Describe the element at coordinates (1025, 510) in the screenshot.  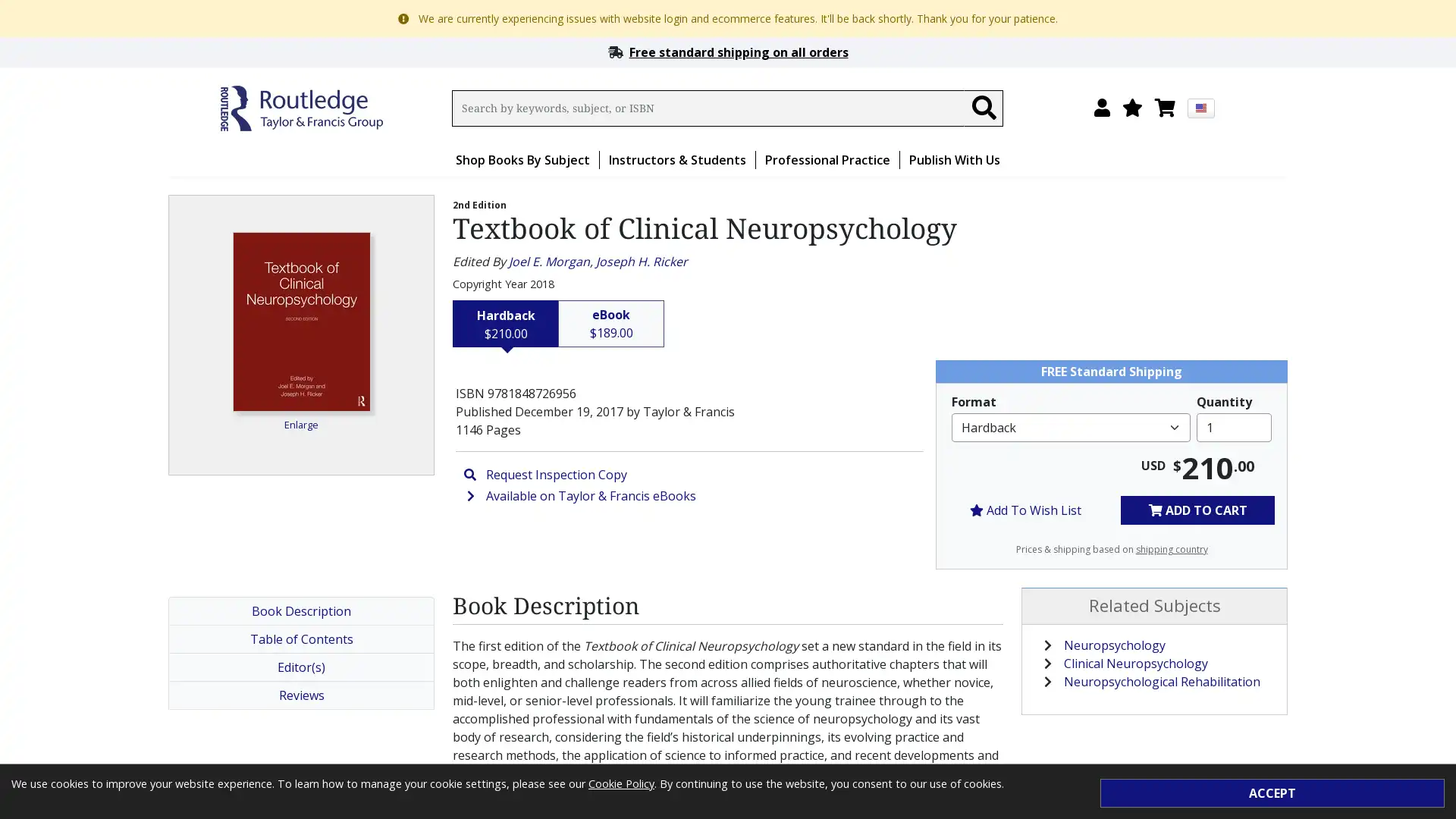
I see `Add To Wish List` at that location.